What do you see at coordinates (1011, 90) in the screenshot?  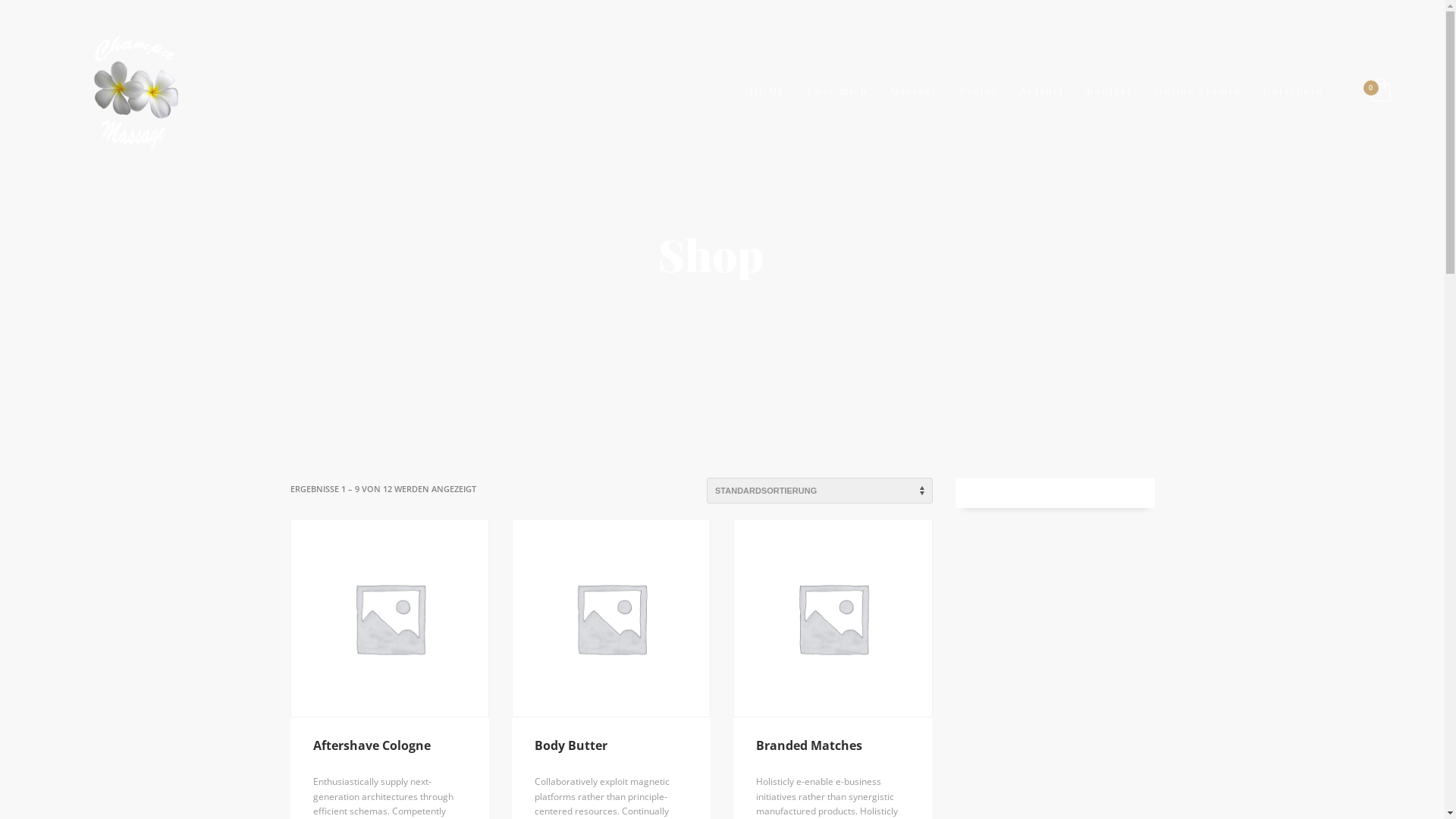 I see `'Anfahrt'` at bounding box center [1011, 90].